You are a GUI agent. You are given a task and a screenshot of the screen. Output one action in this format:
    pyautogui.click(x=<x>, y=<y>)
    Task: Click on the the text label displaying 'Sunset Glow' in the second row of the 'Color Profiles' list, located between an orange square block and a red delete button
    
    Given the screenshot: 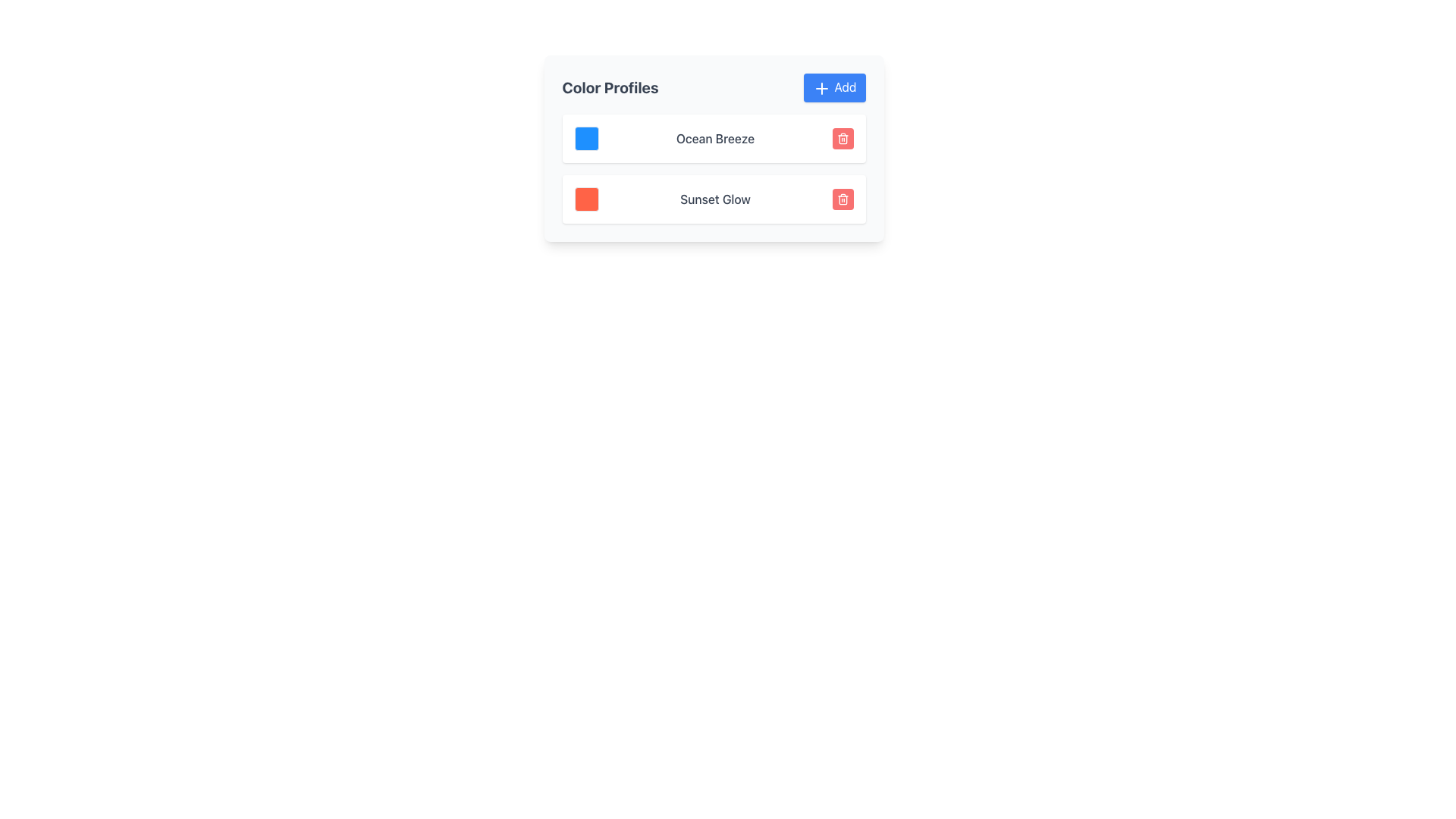 What is the action you would take?
    pyautogui.click(x=714, y=198)
    